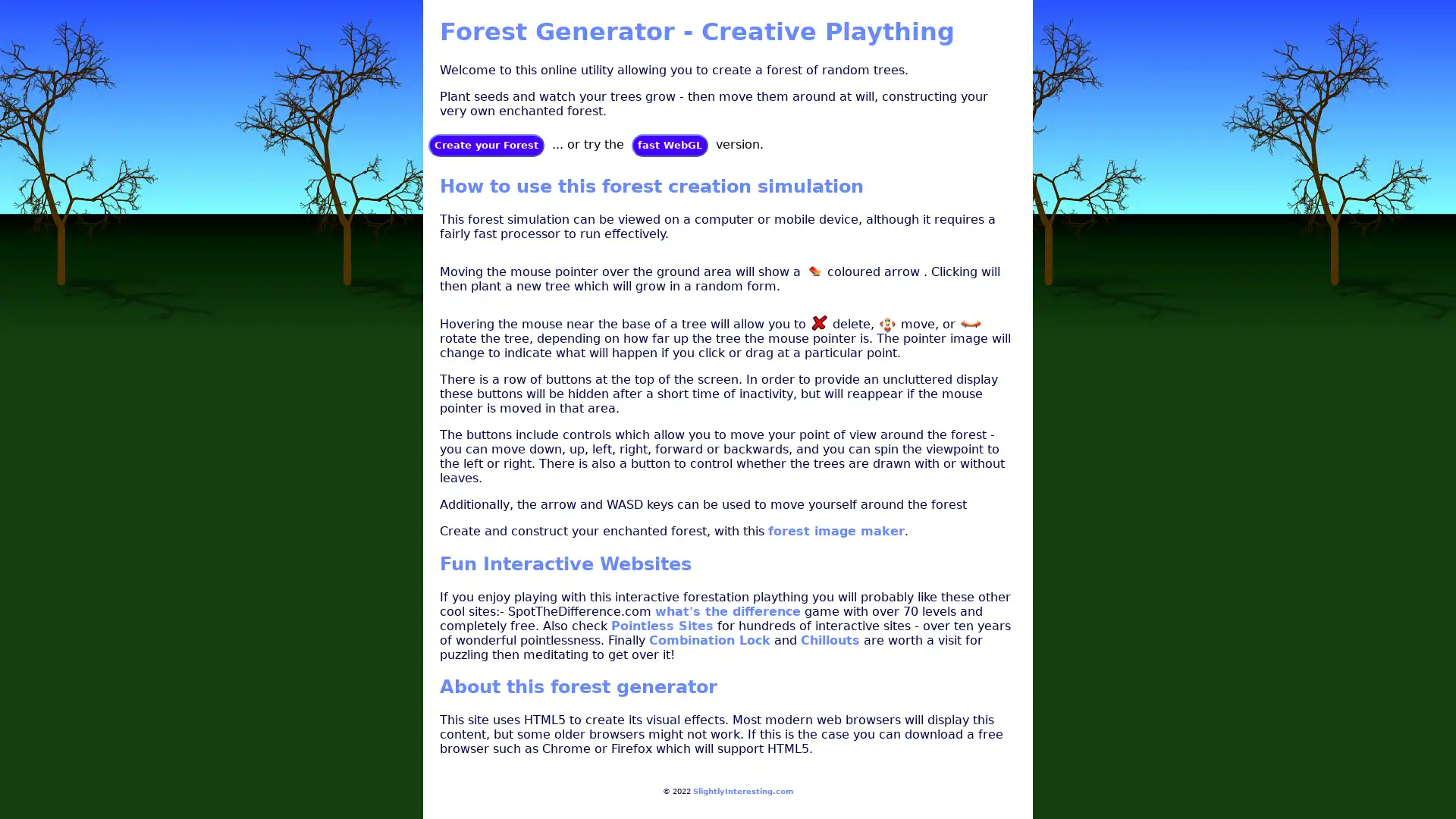 This screenshot has width=1456, height=819. What do you see at coordinates (669, 145) in the screenshot?
I see `fast WebGL` at bounding box center [669, 145].